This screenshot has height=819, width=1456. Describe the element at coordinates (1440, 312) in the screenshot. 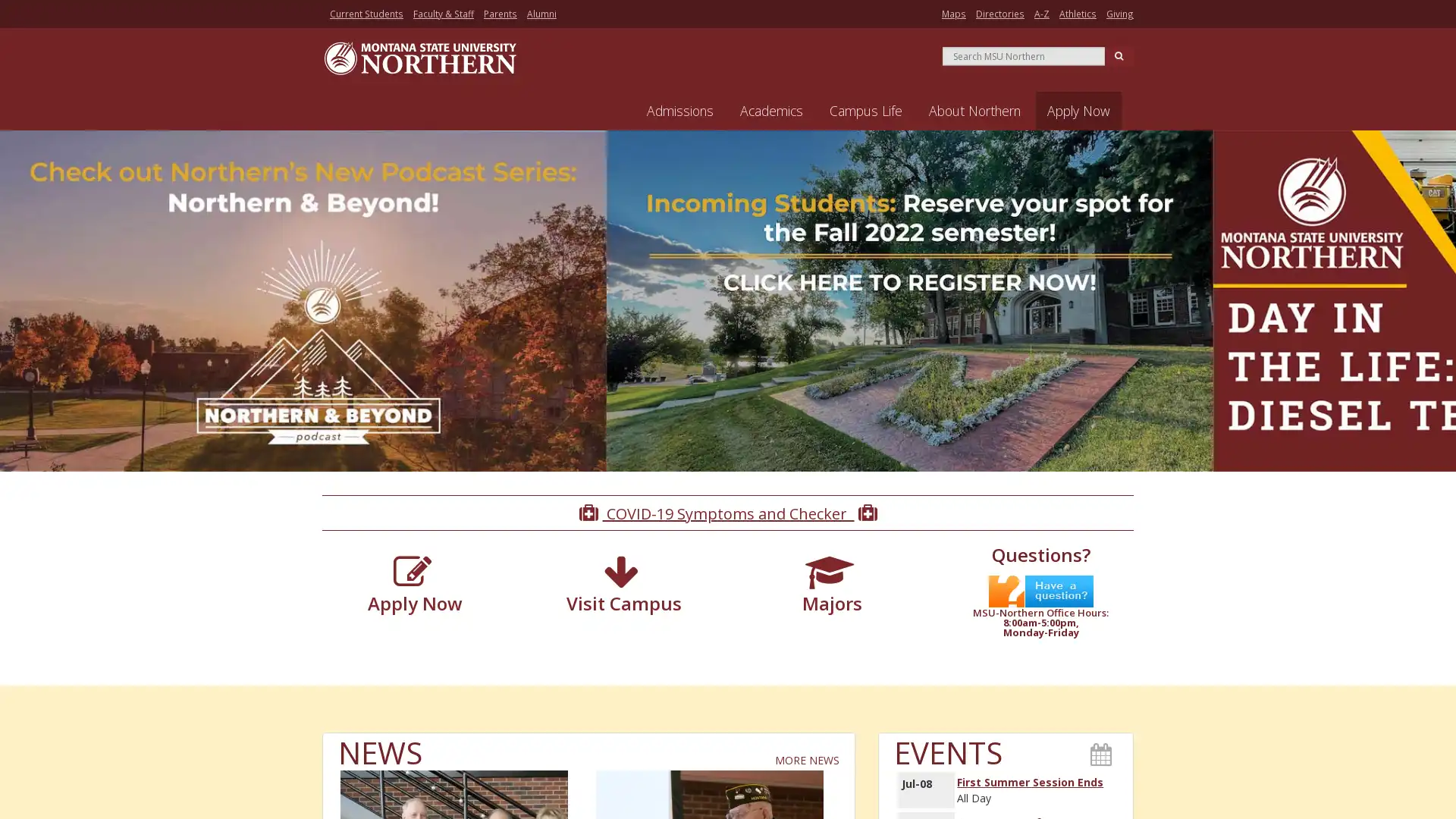

I see `next` at that location.